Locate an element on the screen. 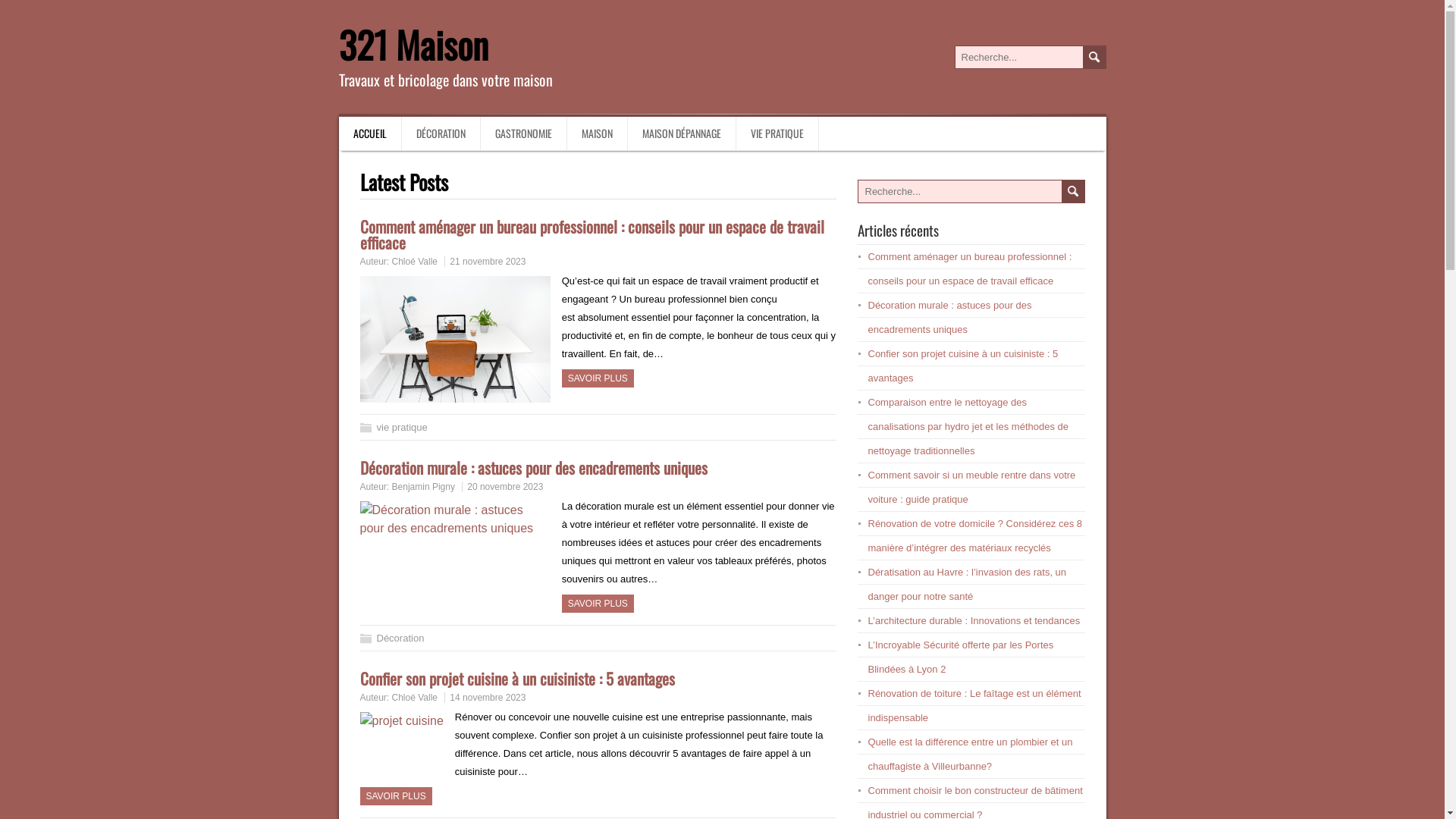  '321 Maison' is located at coordinates (337, 43).